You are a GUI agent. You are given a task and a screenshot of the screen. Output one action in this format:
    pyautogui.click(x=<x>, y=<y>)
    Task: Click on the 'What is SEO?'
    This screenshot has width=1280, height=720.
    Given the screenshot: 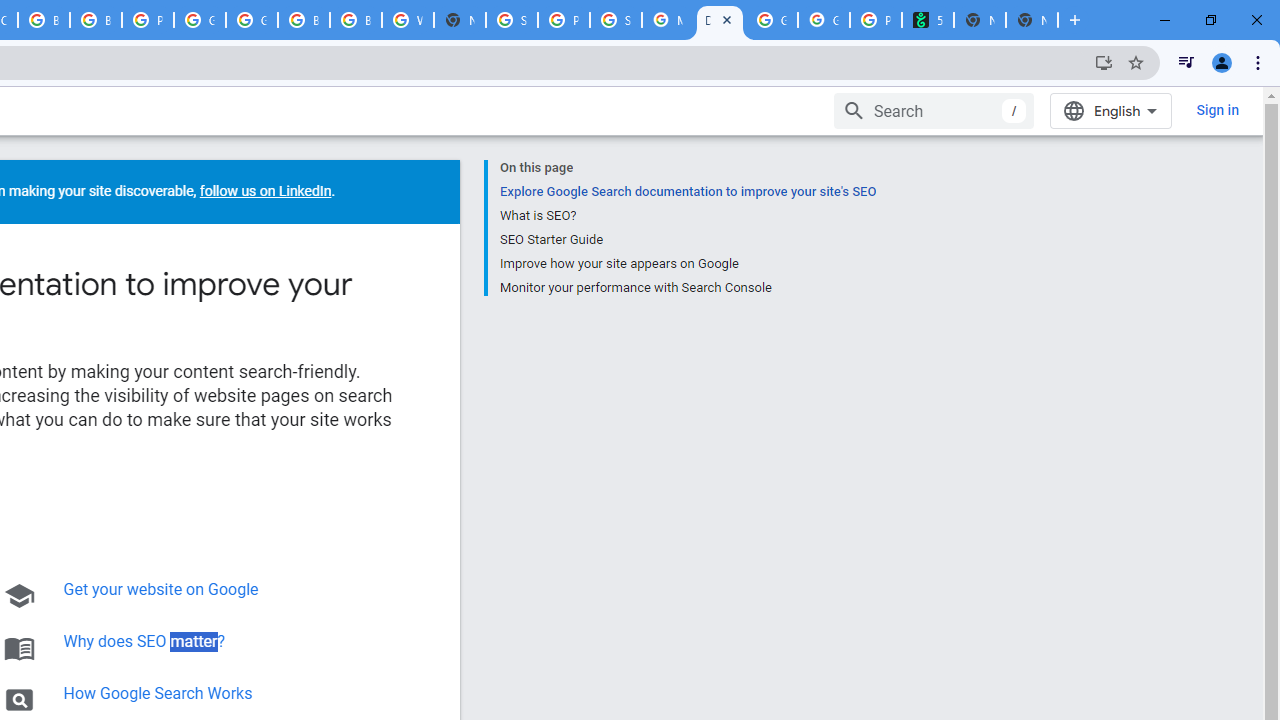 What is the action you would take?
    pyautogui.click(x=687, y=216)
    